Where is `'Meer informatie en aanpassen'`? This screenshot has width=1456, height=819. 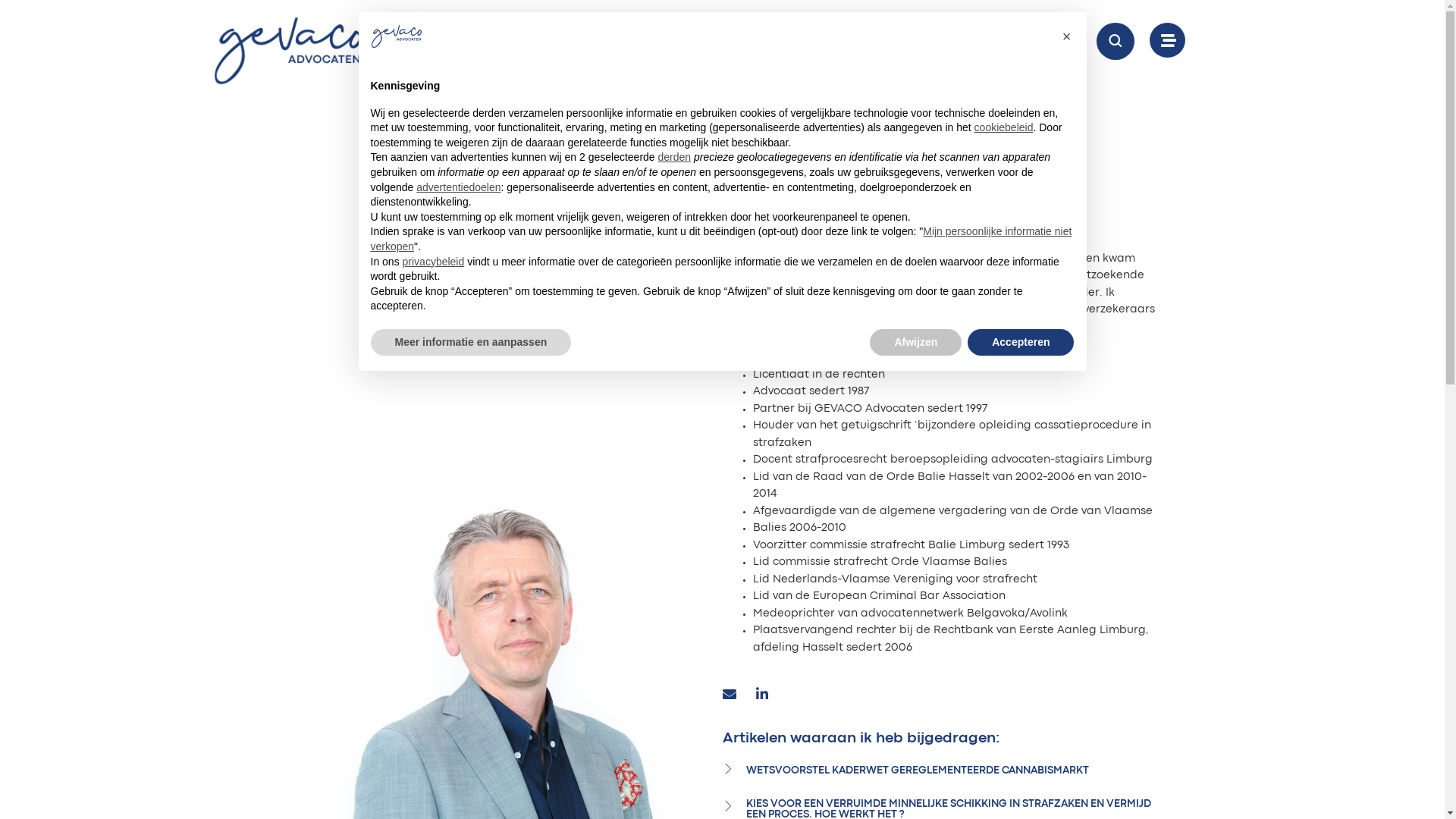
'Meer informatie en aanpassen' is located at coordinates (469, 342).